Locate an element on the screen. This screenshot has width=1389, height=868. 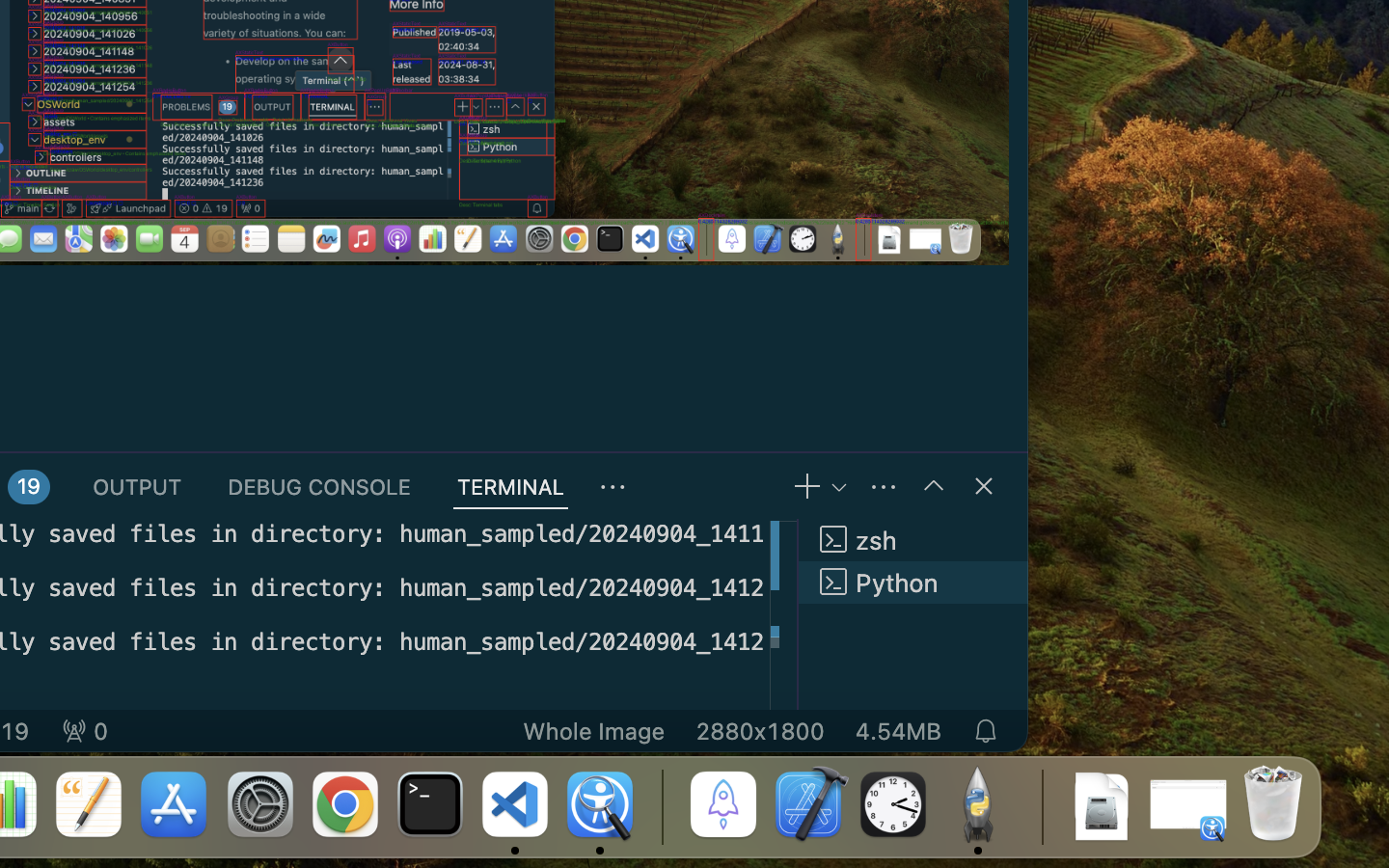
'0 OUTPUT' is located at coordinates (136, 485).